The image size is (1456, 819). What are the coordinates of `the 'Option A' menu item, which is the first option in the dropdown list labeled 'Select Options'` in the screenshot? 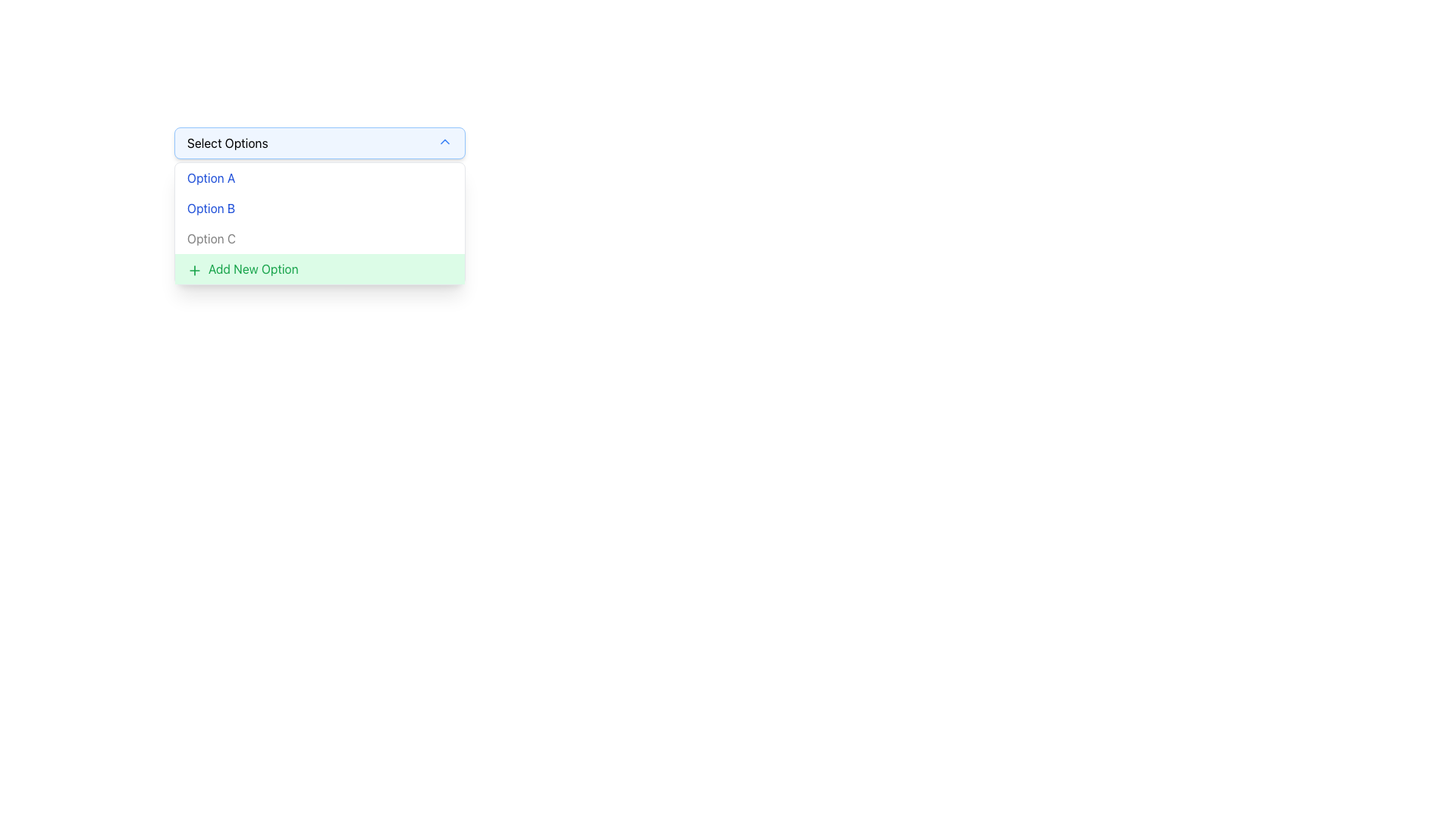 It's located at (319, 177).